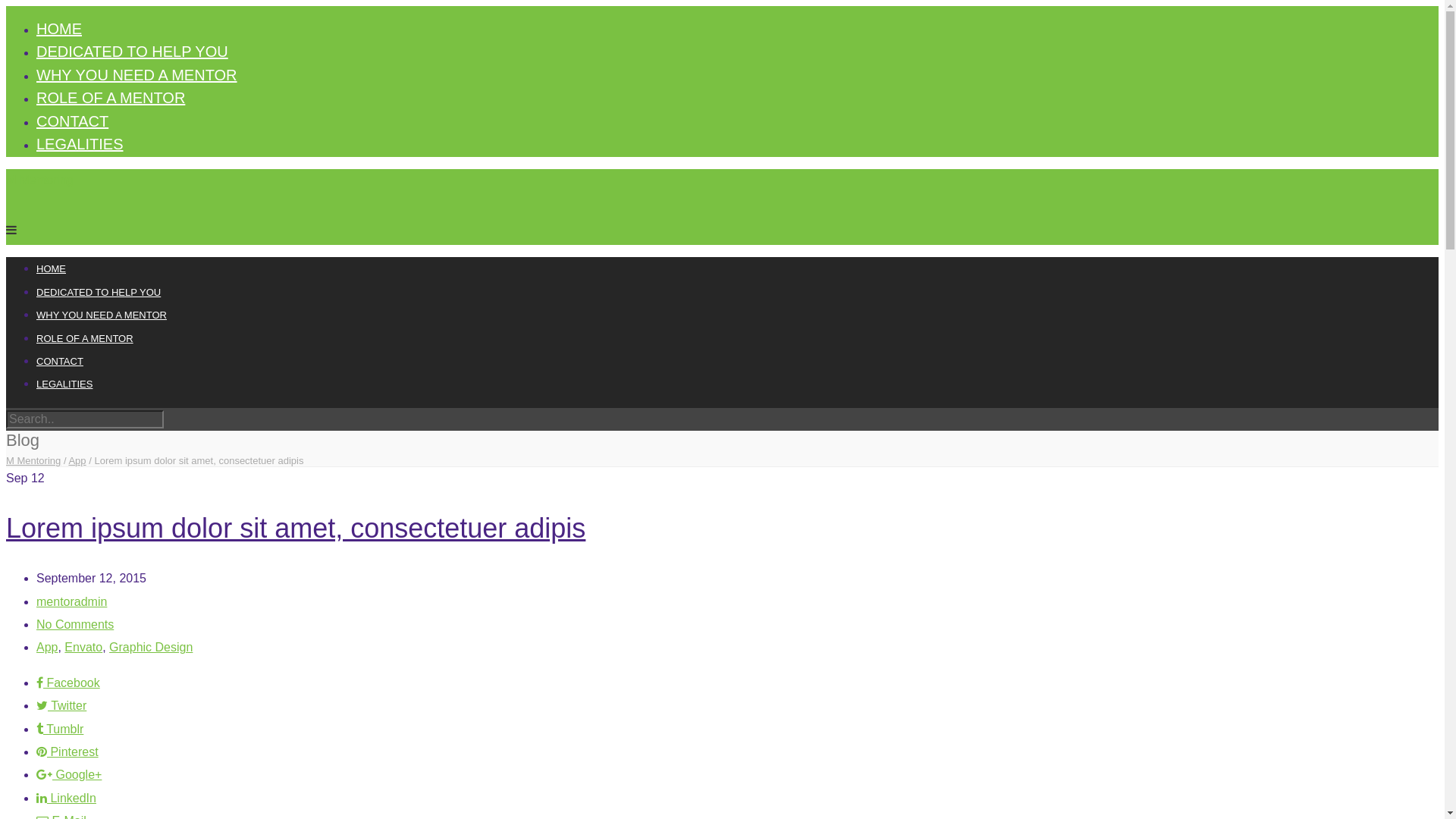 This screenshot has width=1456, height=819. What do you see at coordinates (101, 314) in the screenshot?
I see `'WHY YOU NEED A MENTOR'` at bounding box center [101, 314].